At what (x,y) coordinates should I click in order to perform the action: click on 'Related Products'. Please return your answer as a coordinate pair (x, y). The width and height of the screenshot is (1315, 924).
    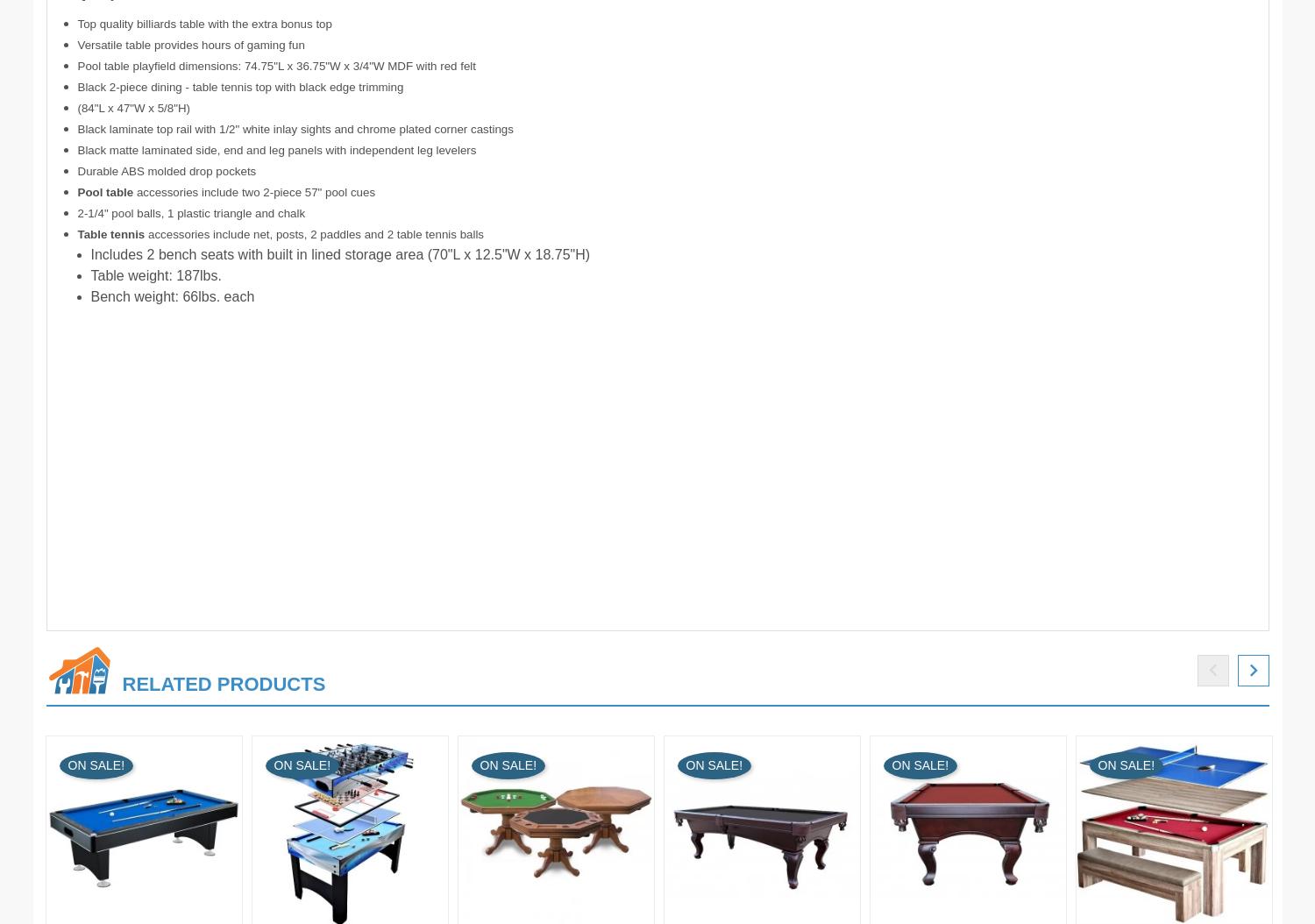
    Looking at the image, I should click on (224, 683).